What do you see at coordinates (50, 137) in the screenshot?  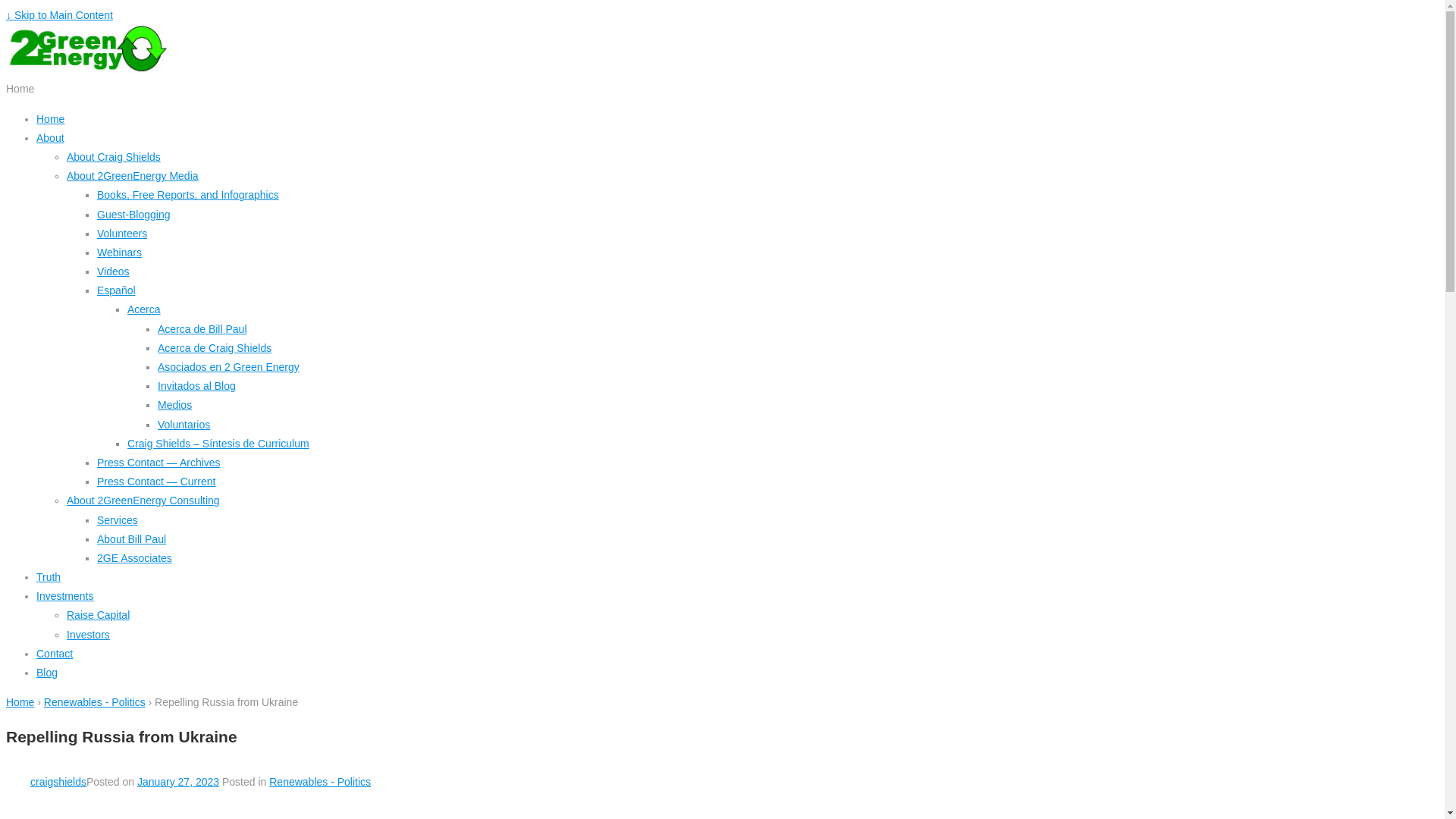 I see `'About'` at bounding box center [50, 137].